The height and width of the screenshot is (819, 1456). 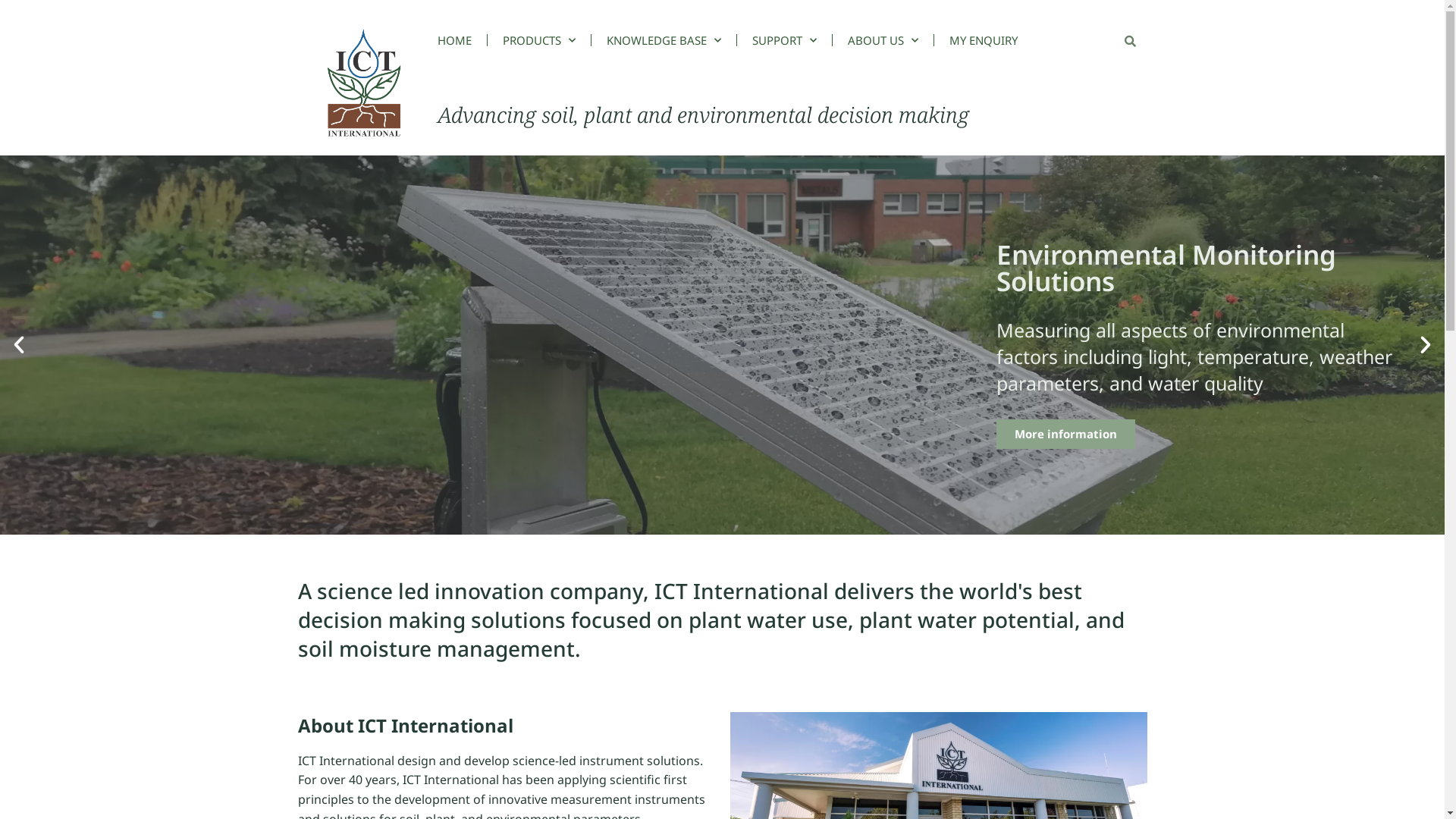 I want to click on 'MY ENQUIRY', so click(x=983, y=39).